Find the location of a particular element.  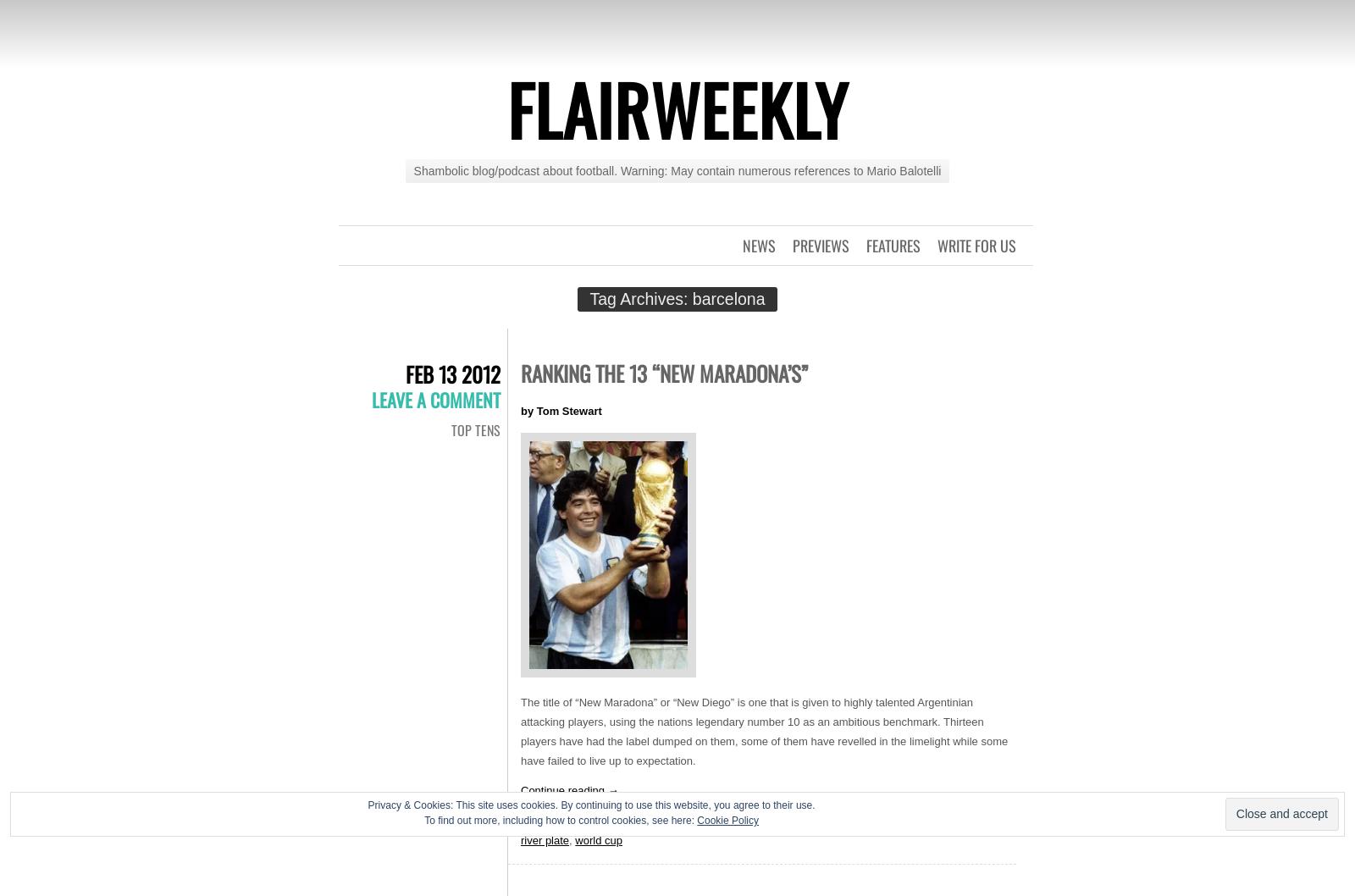

'To find out more, including how to control cookies, see here:' is located at coordinates (561, 821).